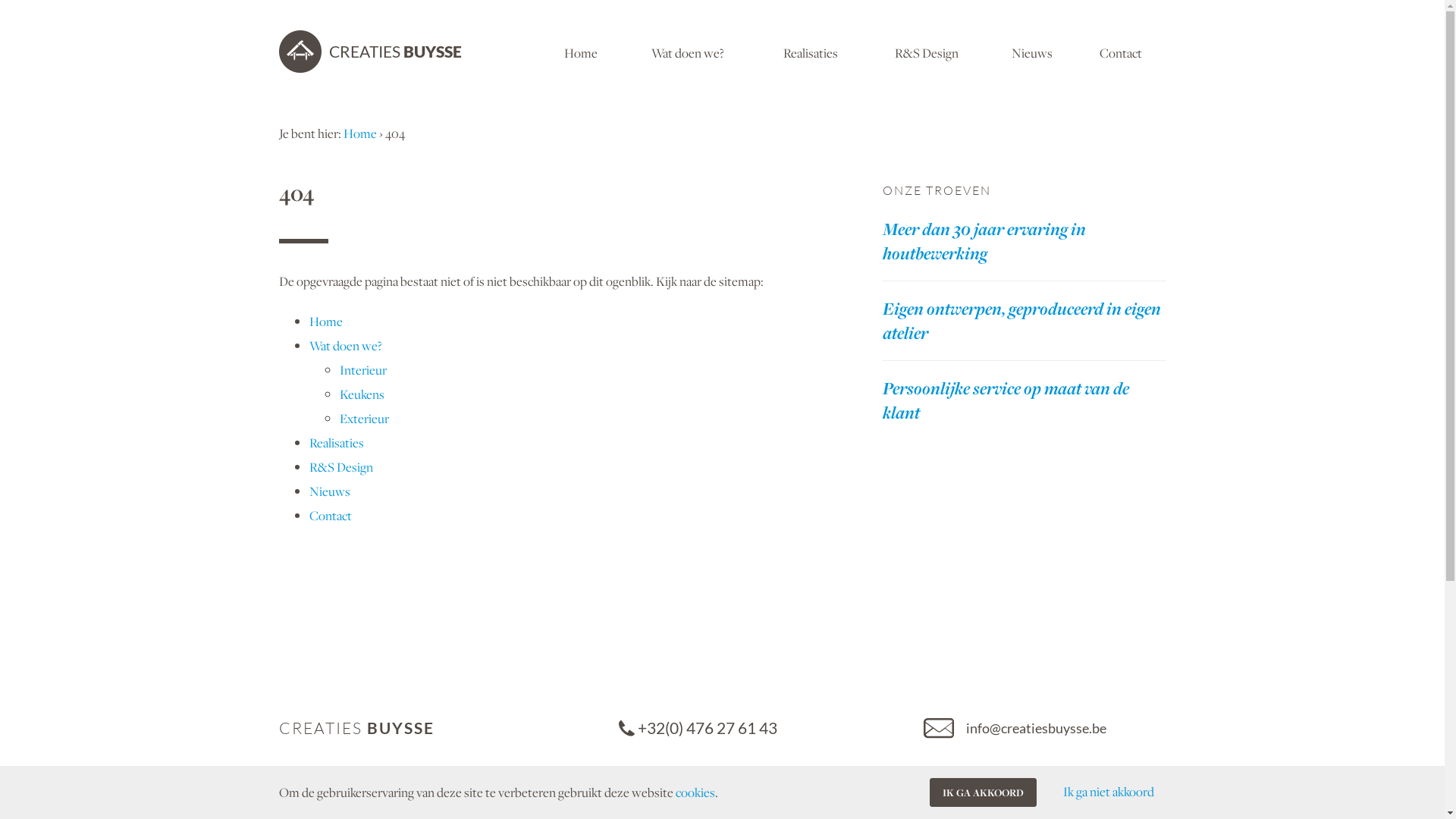 This screenshot has height=819, width=1456. What do you see at coordinates (810, 51) in the screenshot?
I see `'Realisaties'` at bounding box center [810, 51].